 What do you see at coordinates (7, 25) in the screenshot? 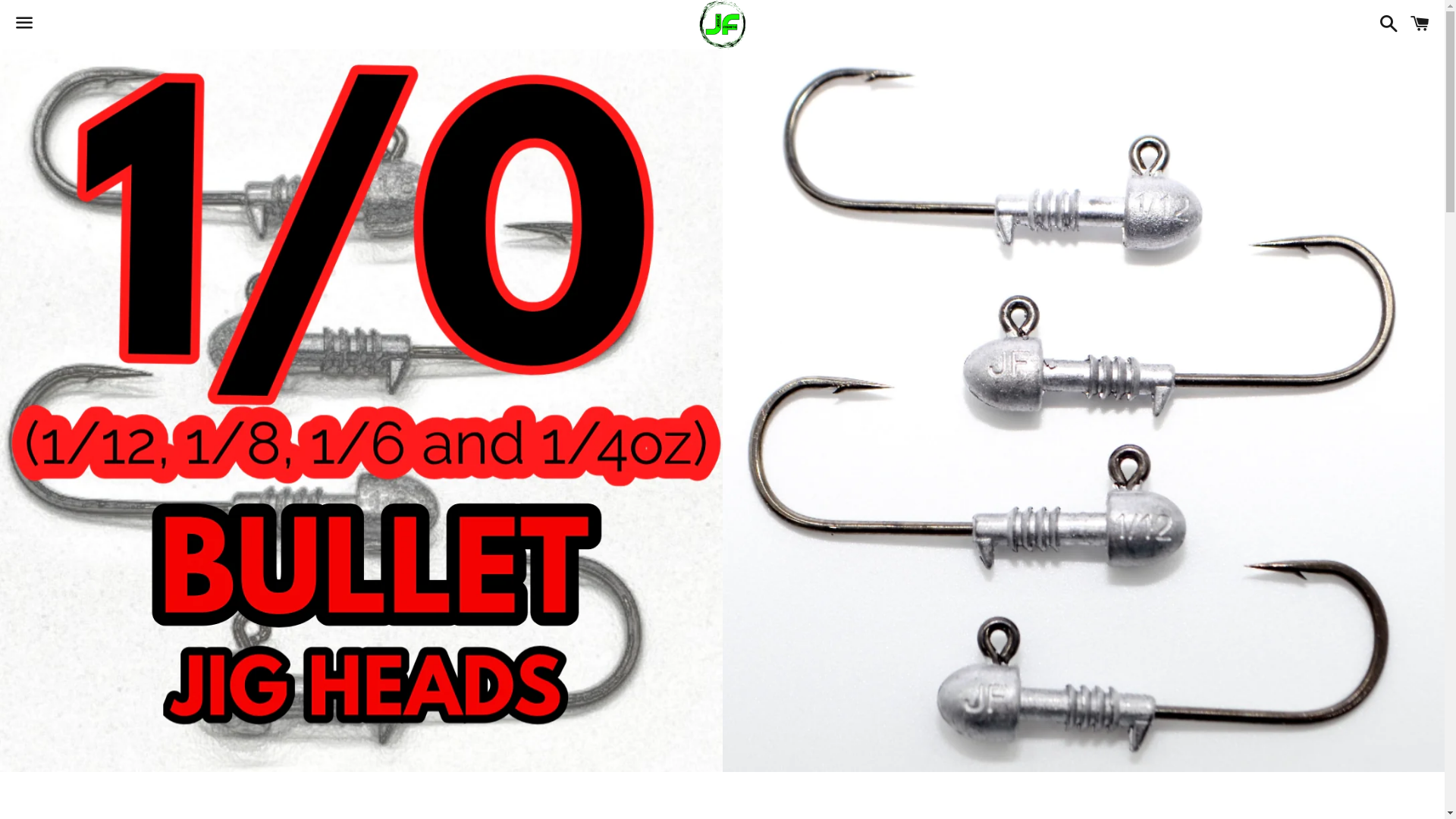
I see `'Menu'` at bounding box center [7, 25].